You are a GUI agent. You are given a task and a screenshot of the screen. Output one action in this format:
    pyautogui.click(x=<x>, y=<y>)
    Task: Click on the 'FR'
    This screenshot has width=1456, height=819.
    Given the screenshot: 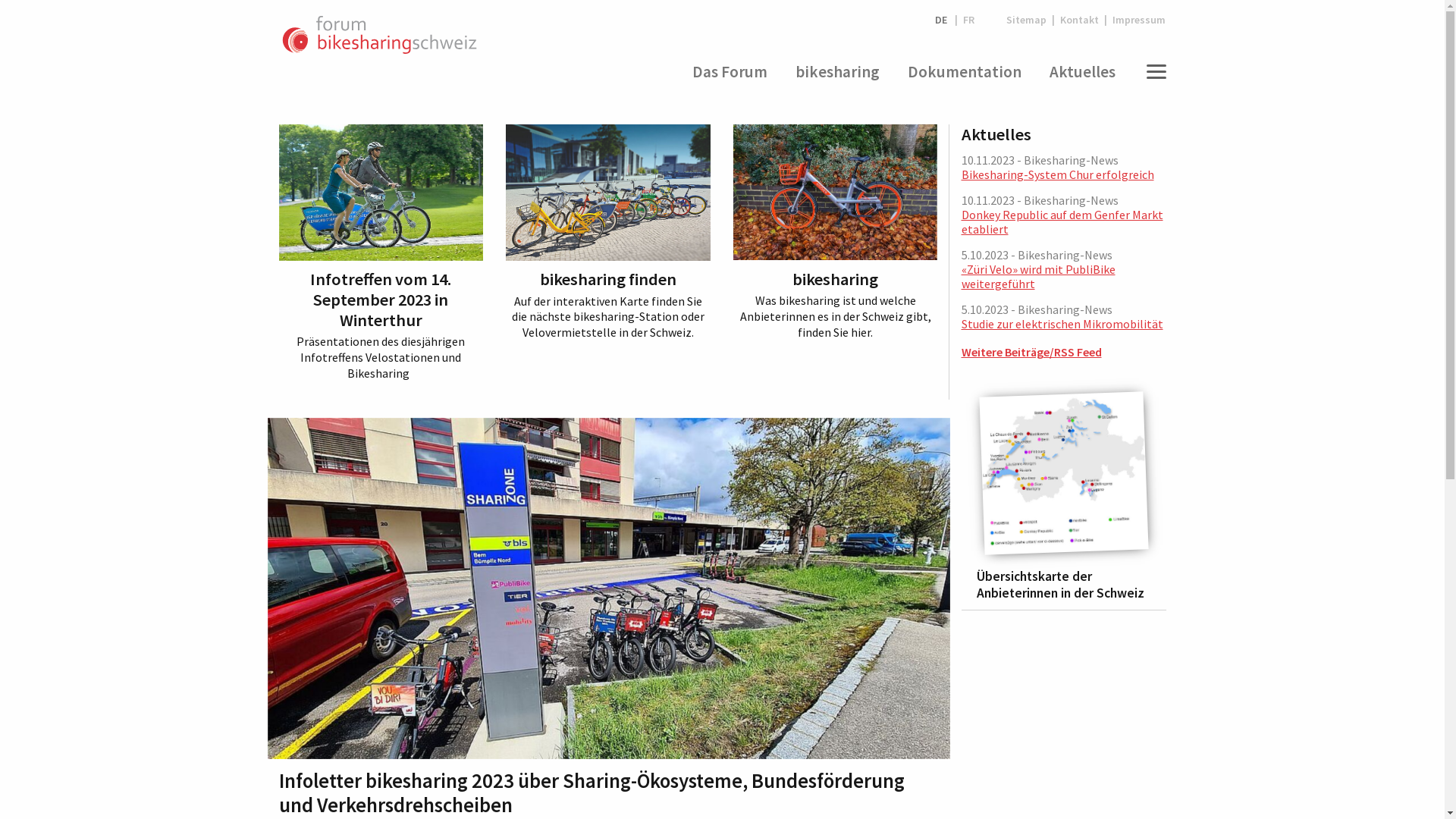 What is the action you would take?
    pyautogui.click(x=968, y=20)
    